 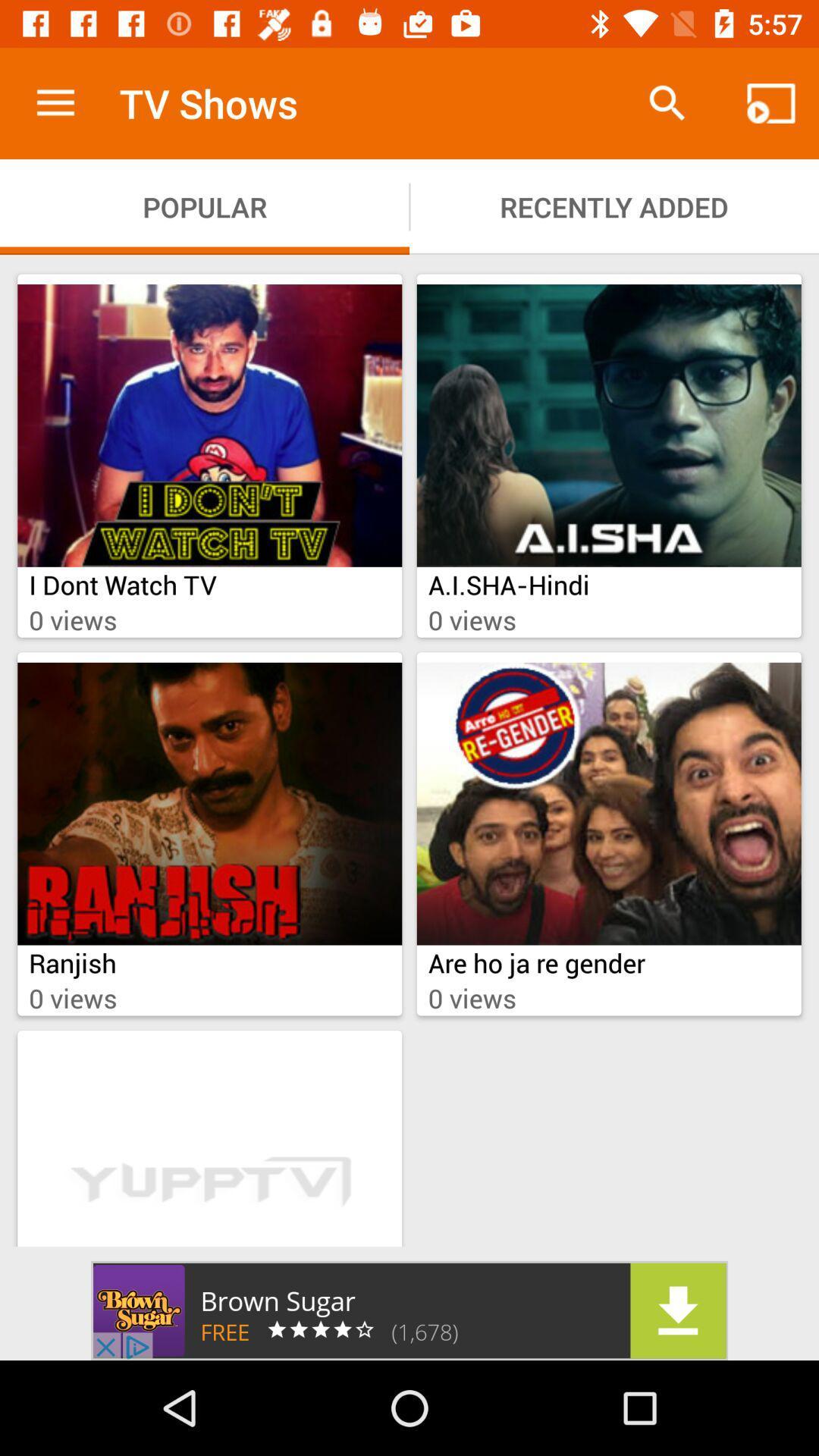 What do you see at coordinates (409, 1310) in the screenshot?
I see `advertisement` at bounding box center [409, 1310].